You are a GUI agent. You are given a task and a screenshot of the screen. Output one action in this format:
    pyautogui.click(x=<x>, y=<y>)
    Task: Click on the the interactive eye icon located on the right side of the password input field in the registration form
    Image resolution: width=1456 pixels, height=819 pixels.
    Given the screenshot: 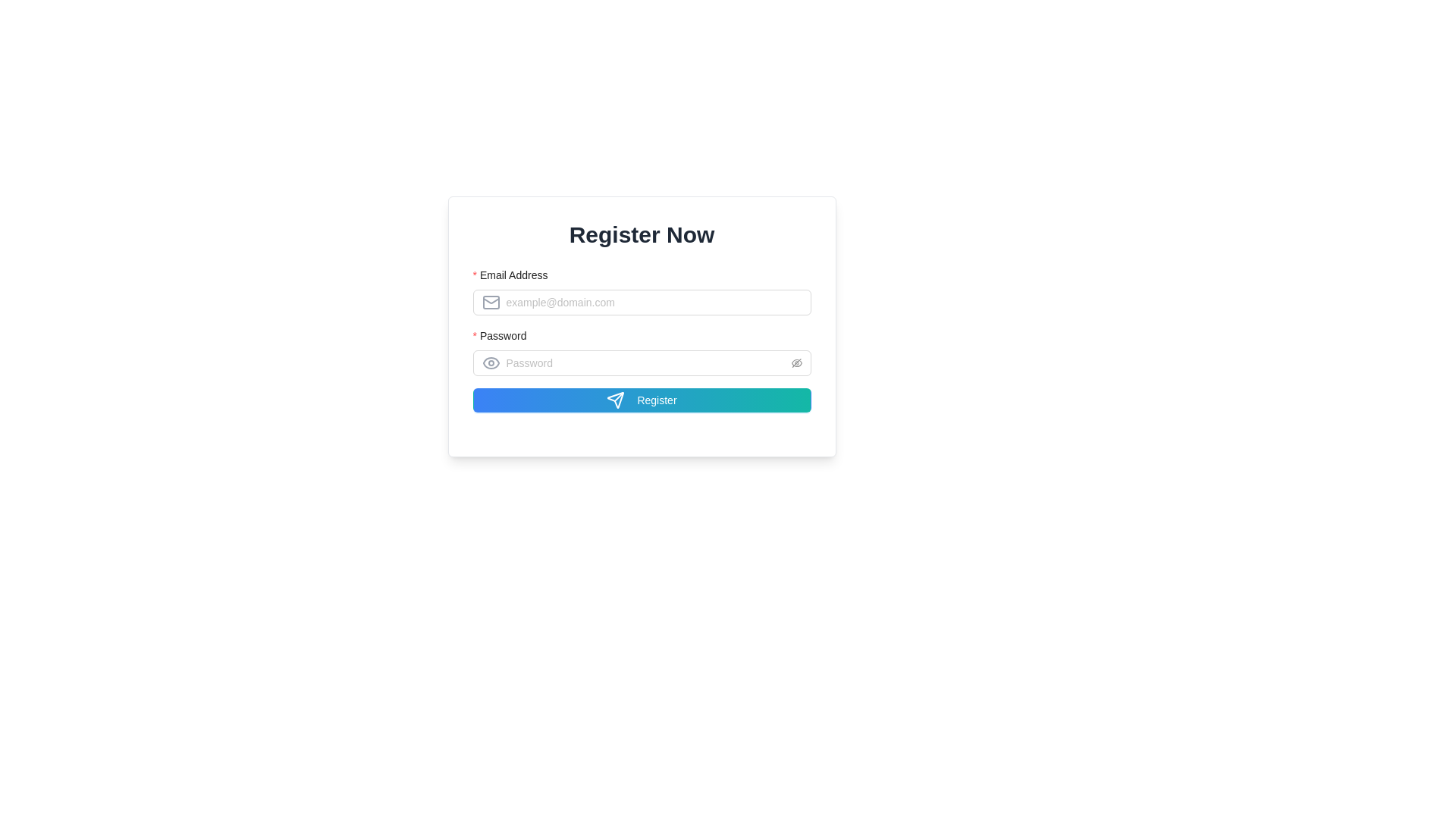 What is the action you would take?
    pyautogui.click(x=491, y=362)
    